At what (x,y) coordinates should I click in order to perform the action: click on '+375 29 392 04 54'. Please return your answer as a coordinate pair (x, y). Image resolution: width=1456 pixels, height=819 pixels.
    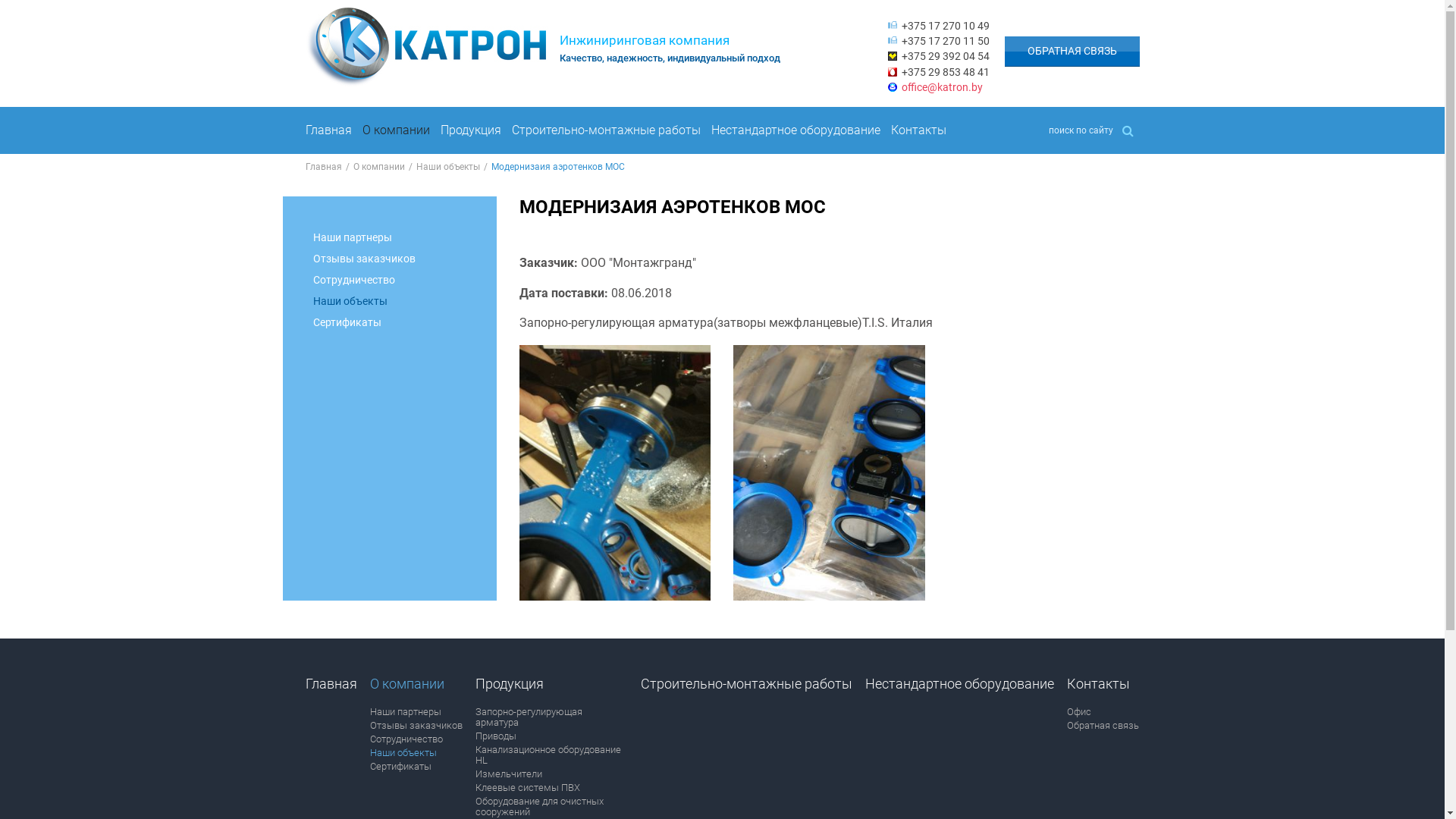
    Looking at the image, I should click on (944, 55).